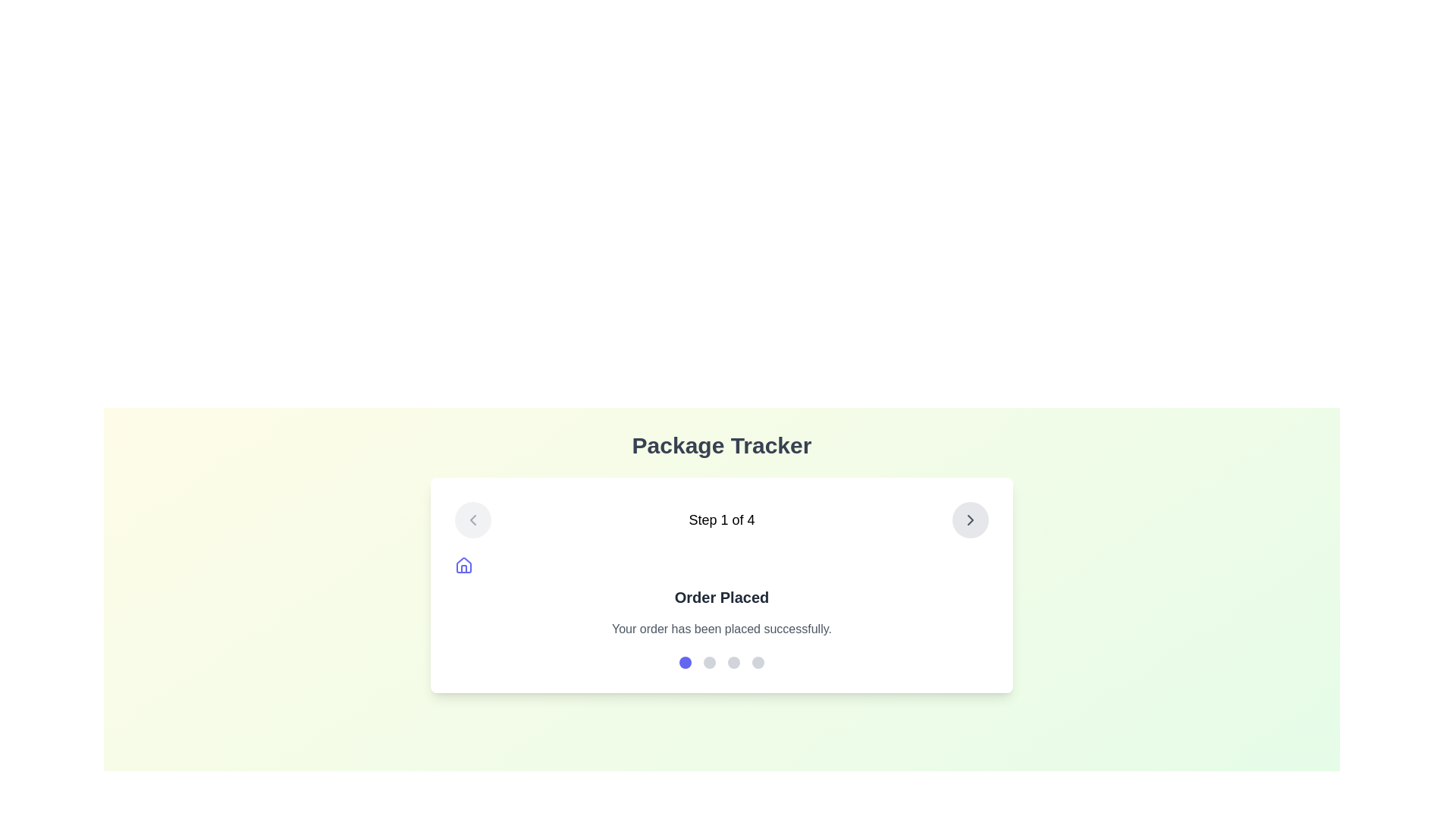 The width and height of the screenshot is (1456, 819). What do you see at coordinates (720, 629) in the screenshot?
I see `the static text element that reads 'Your order has been placed successfully.' which is styled in muted gray and located below 'Order Placed'` at bounding box center [720, 629].